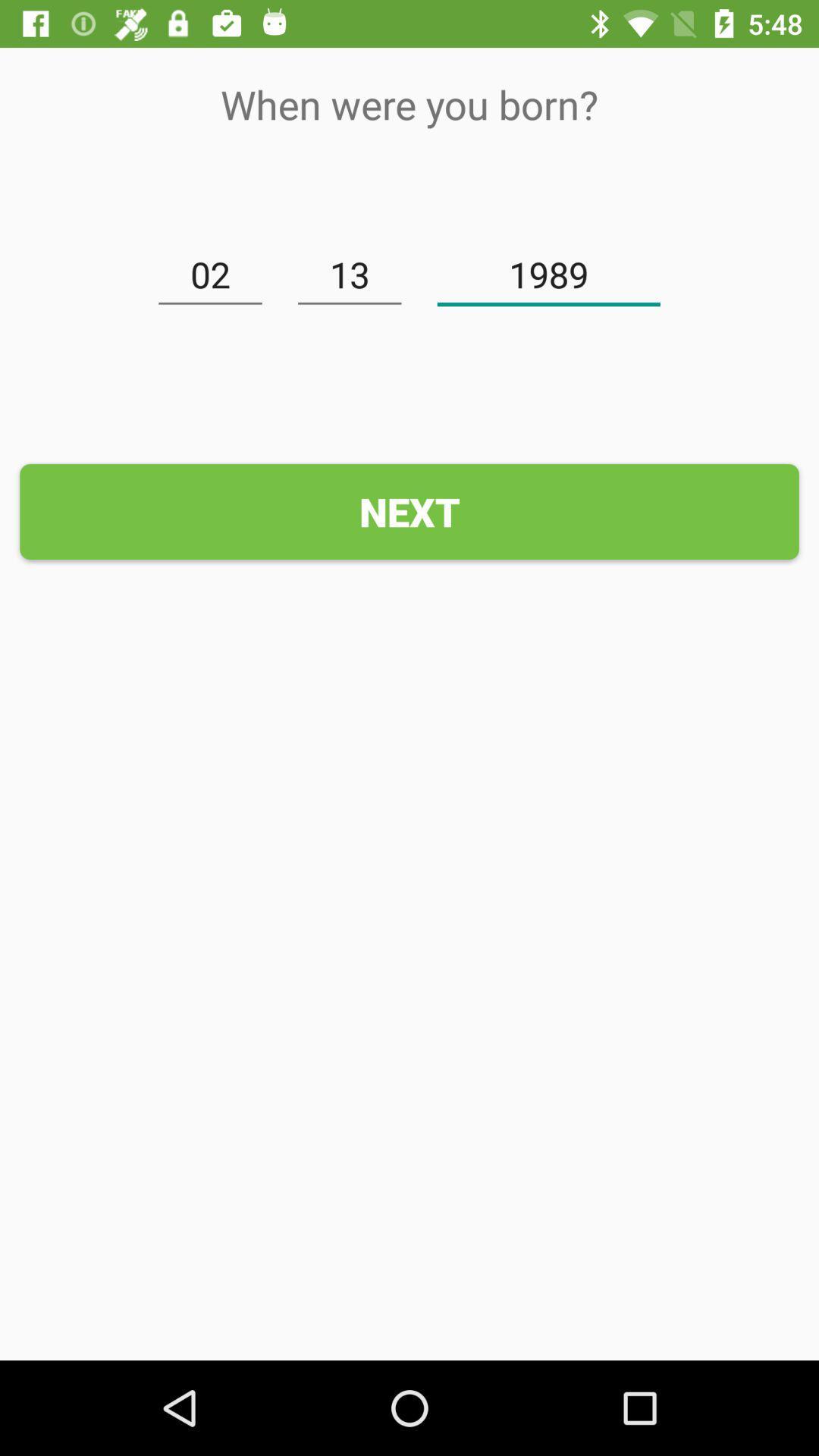  I want to click on the icon above next item, so click(210, 275).